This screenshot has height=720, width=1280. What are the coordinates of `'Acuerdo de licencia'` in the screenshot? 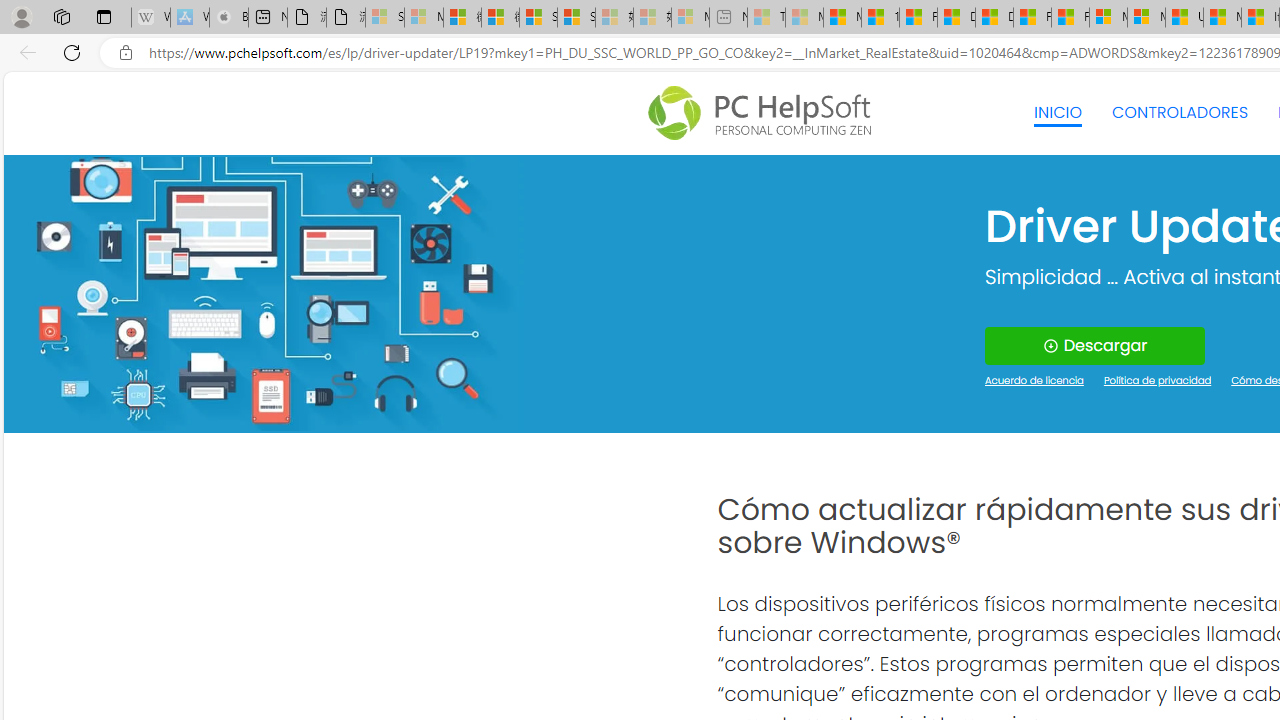 It's located at (1034, 381).